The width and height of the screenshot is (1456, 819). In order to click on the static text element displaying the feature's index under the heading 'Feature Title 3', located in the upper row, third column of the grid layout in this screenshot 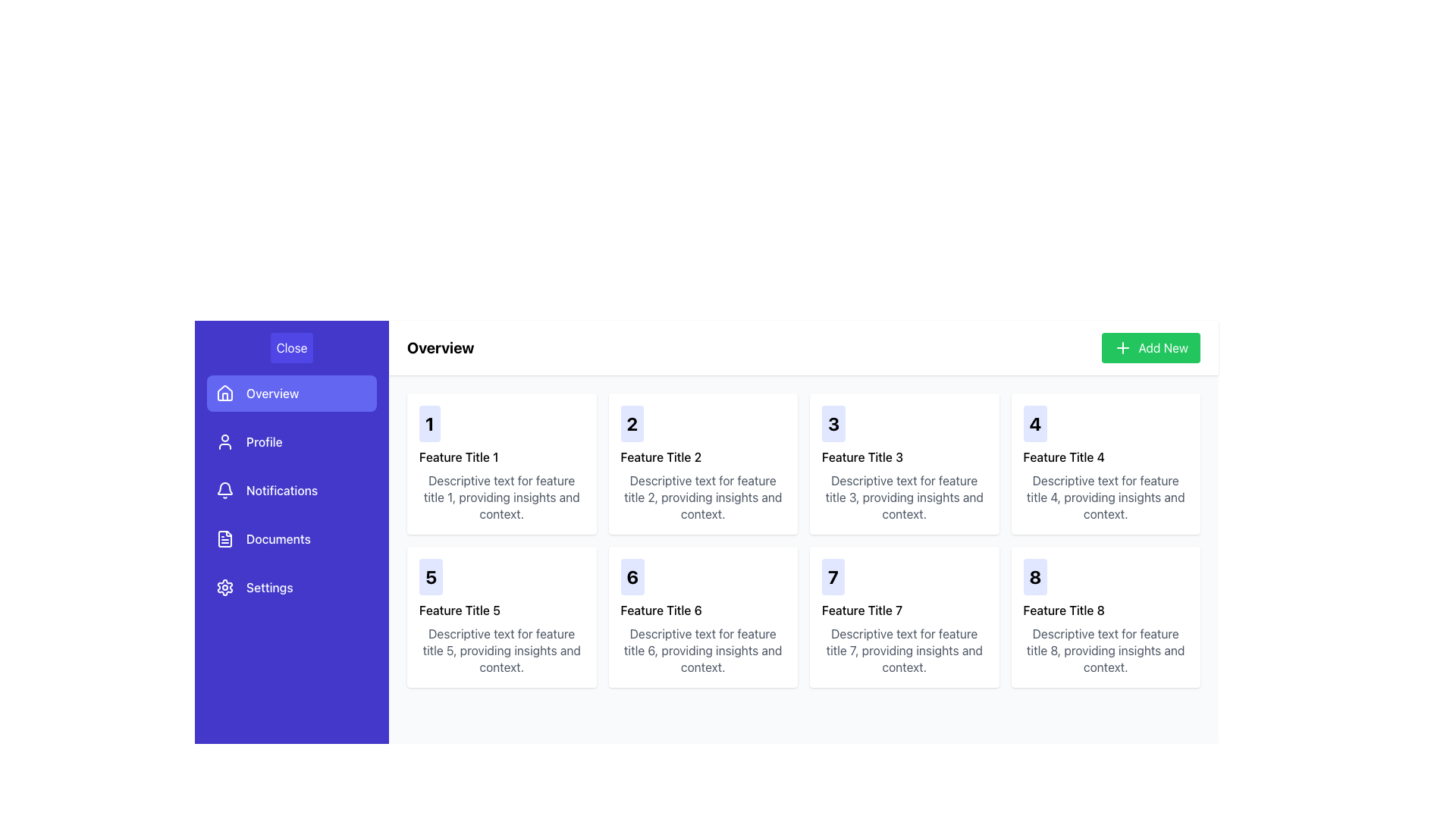, I will do `click(833, 424)`.